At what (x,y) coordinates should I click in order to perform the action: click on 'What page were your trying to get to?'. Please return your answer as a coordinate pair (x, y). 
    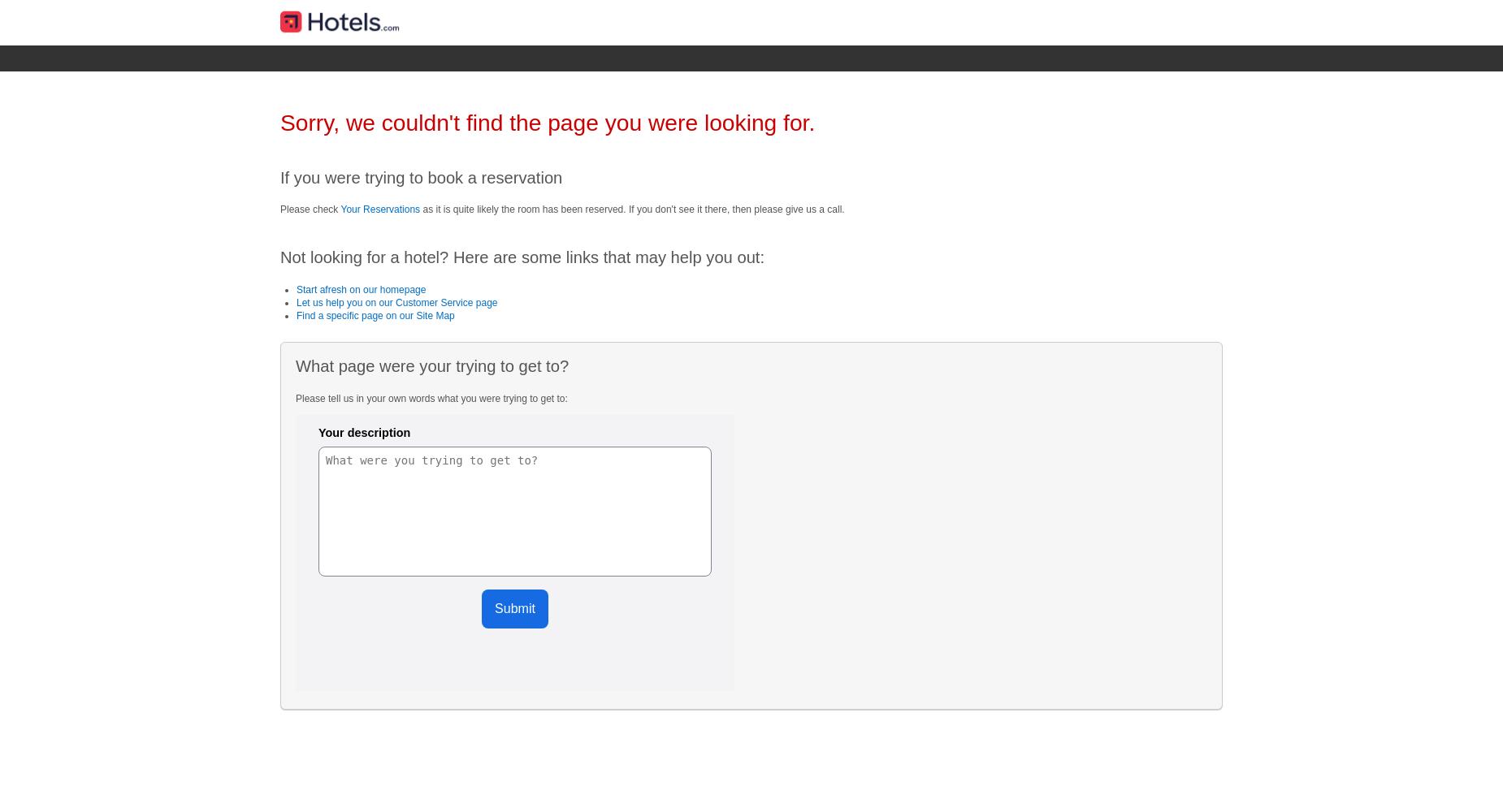
    Looking at the image, I should click on (432, 365).